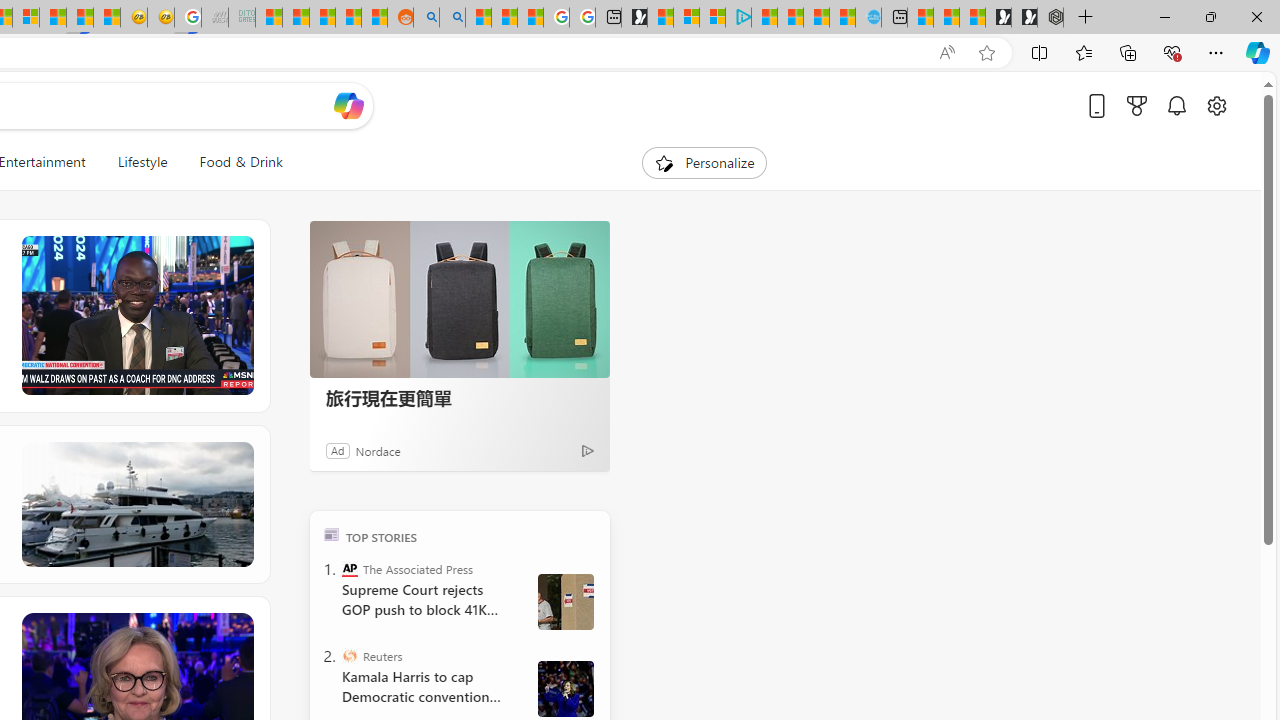 The image size is (1280, 720). What do you see at coordinates (350, 655) in the screenshot?
I see `'Reuters'` at bounding box center [350, 655].